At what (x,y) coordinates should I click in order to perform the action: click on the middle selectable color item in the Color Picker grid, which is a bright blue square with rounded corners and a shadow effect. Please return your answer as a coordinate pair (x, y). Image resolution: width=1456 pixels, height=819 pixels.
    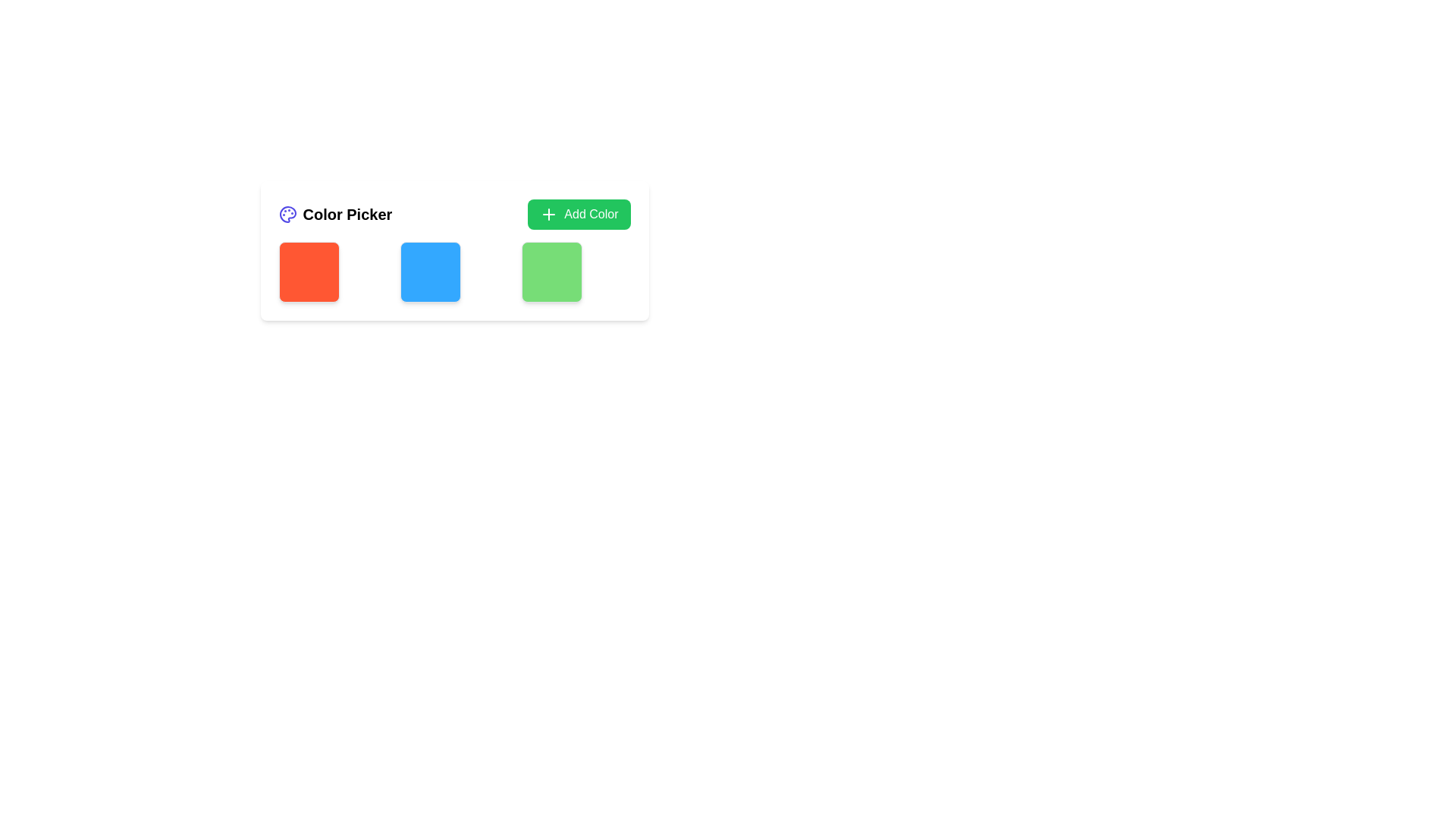
    Looking at the image, I should click on (429, 271).